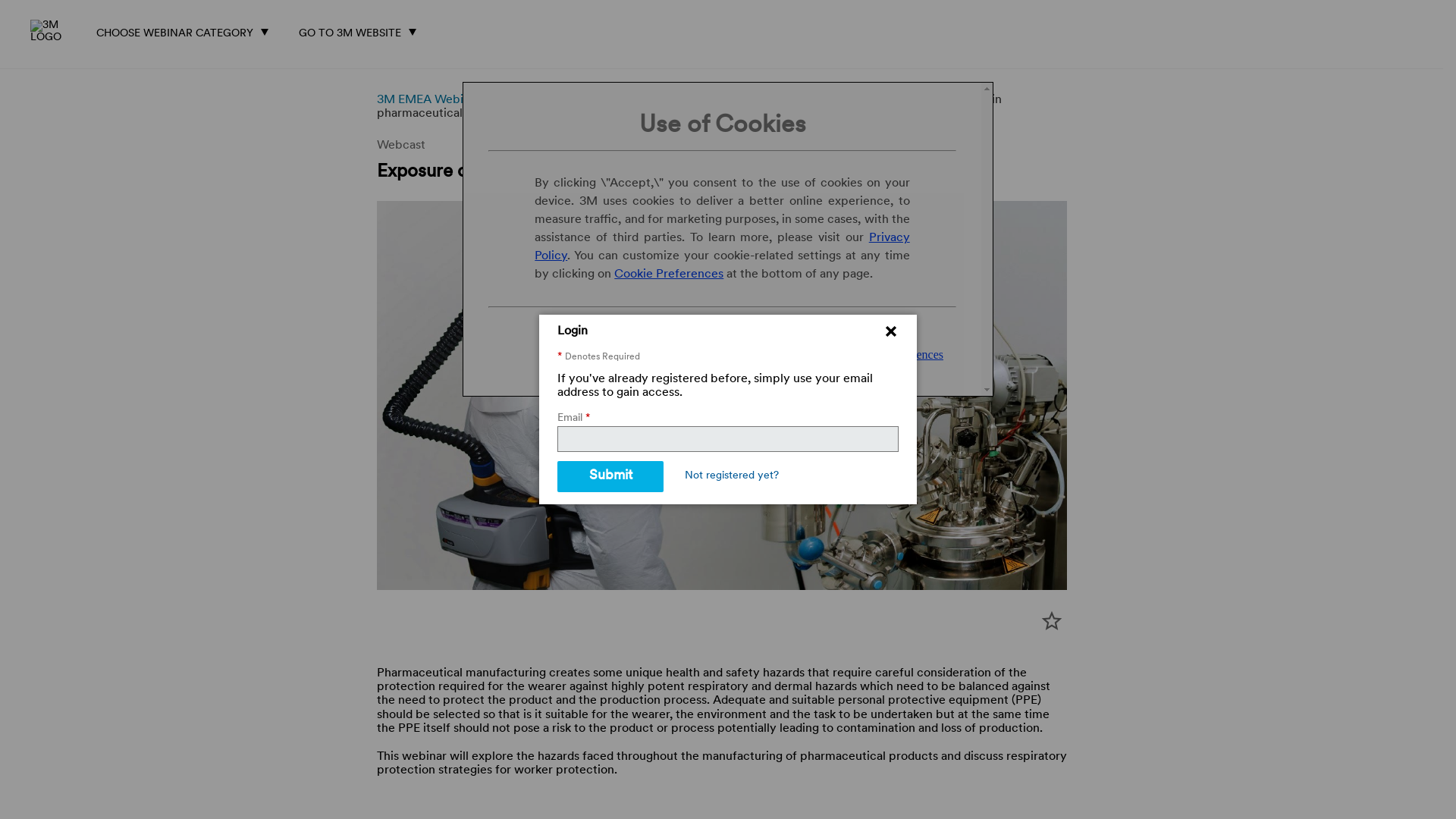 This screenshot has width=1456, height=819. What do you see at coordinates (668, 275) in the screenshot?
I see `'Cookie Preferences'` at bounding box center [668, 275].